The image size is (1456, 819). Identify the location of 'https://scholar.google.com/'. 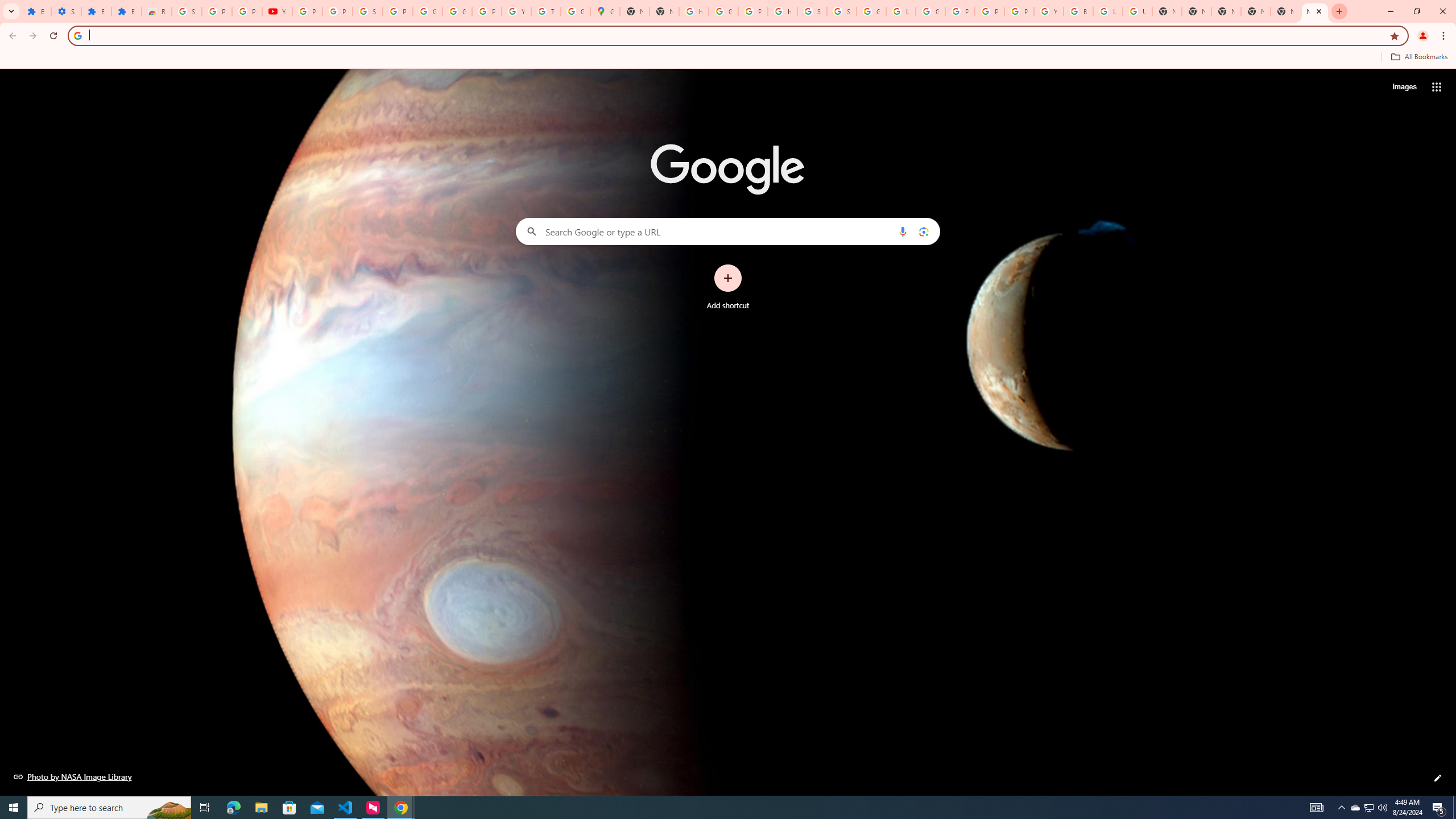
(693, 11).